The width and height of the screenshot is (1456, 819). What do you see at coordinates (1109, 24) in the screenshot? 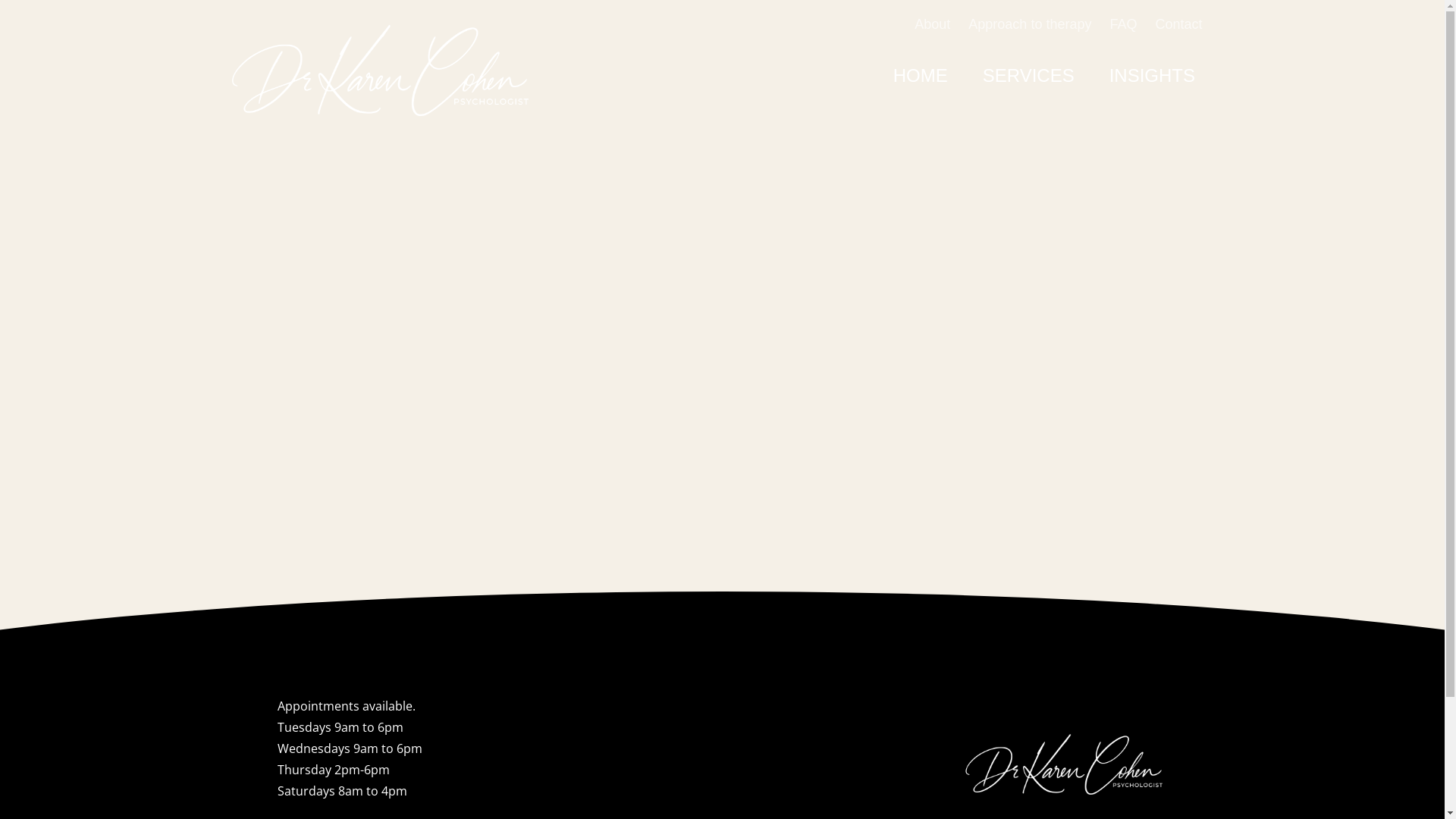
I see `'FAQ'` at bounding box center [1109, 24].